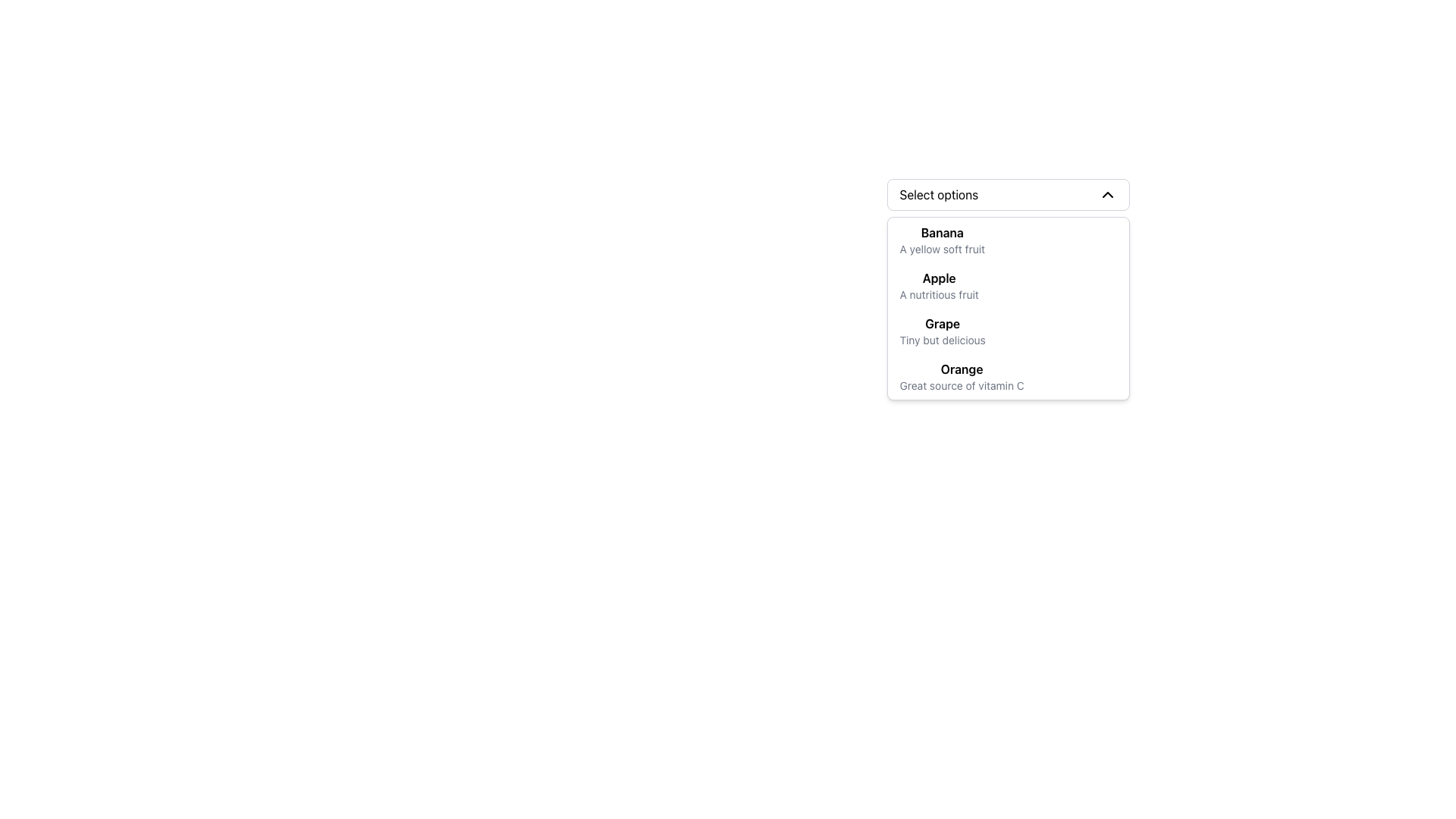 This screenshot has width=1456, height=819. What do you see at coordinates (961, 376) in the screenshot?
I see `the 'Orange' selection in the dropdown list, which is the fourth option below 'Grape'` at bounding box center [961, 376].